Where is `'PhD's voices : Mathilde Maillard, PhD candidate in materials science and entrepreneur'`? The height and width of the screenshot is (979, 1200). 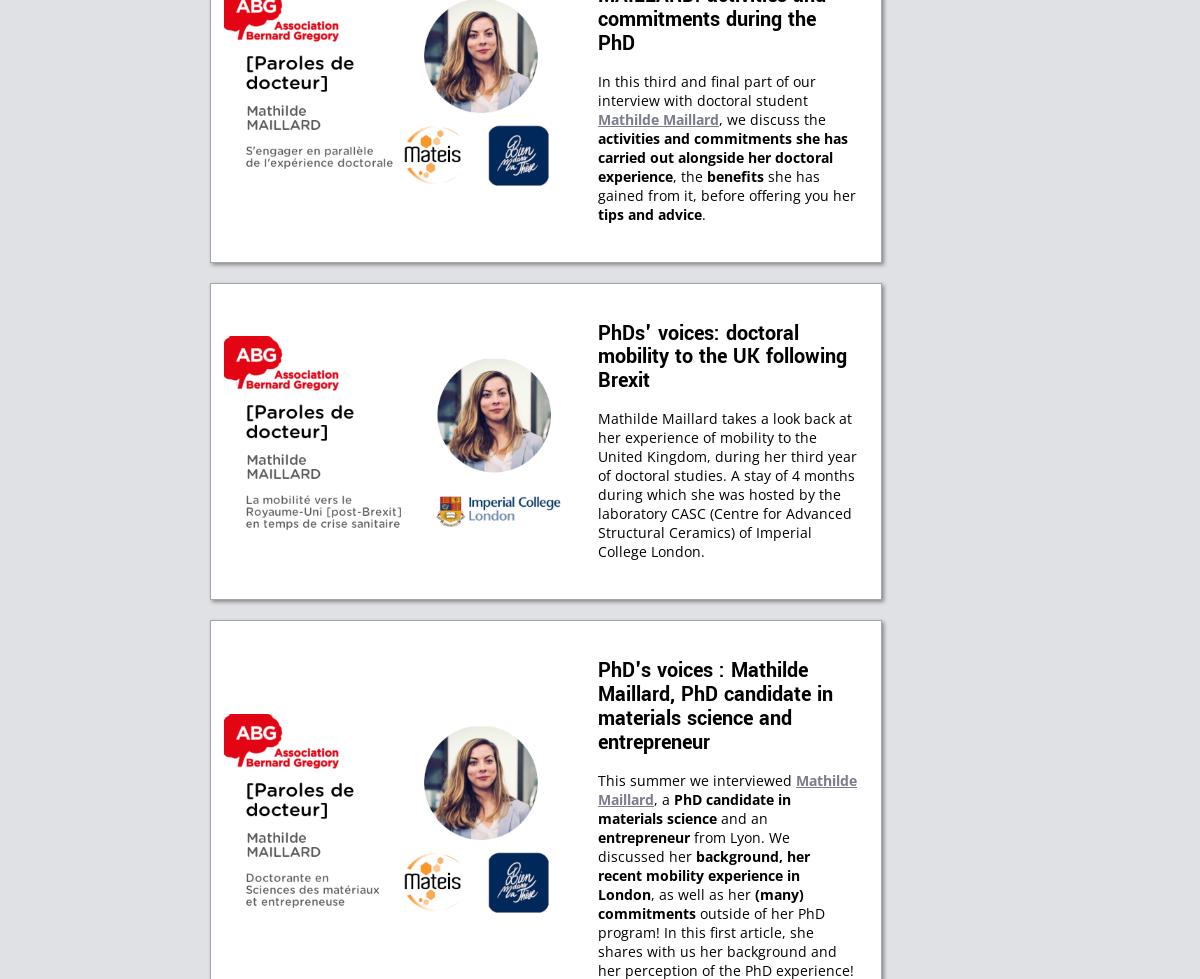
'PhD's voices : Mathilde Maillard, PhD candidate in materials science and entrepreneur' is located at coordinates (715, 705).